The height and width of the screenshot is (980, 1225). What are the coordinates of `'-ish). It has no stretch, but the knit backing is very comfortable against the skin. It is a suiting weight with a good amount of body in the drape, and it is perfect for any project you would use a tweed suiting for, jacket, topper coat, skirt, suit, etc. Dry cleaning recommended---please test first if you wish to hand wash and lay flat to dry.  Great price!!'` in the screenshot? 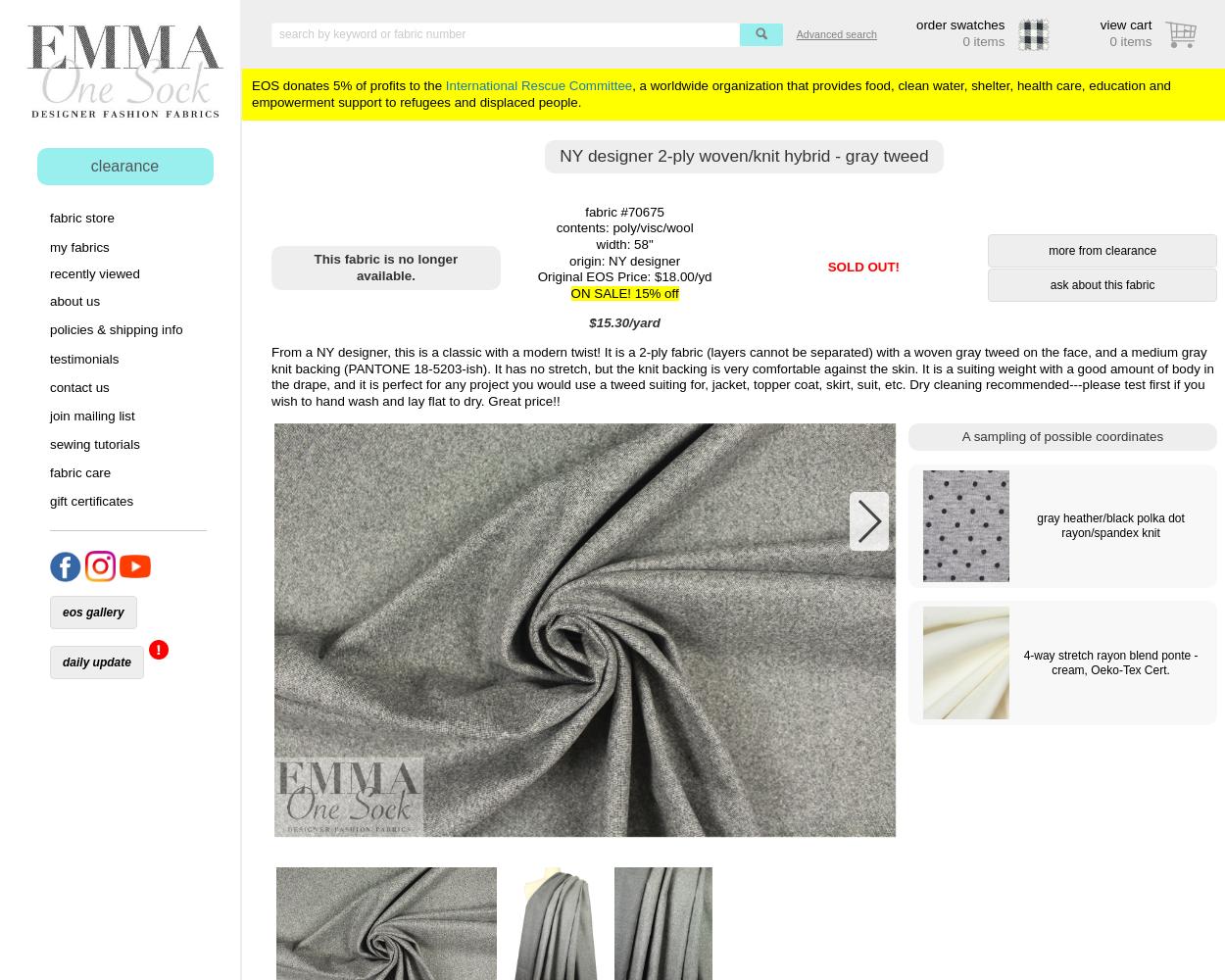 It's located at (742, 384).